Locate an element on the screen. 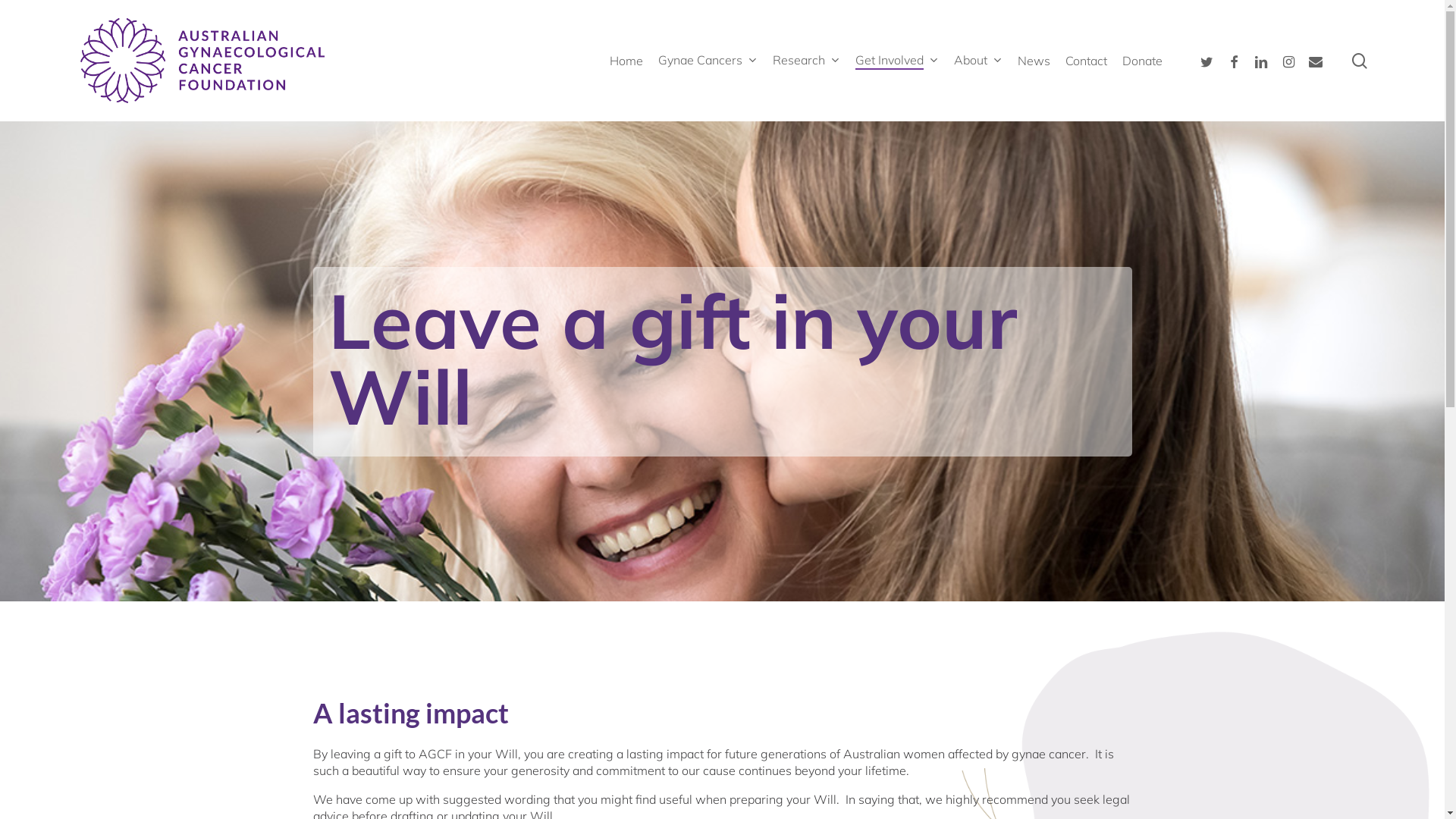 The height and width of the screenshot is (819, 1456). 'Get Involved' is located at coordinates (896, 60).